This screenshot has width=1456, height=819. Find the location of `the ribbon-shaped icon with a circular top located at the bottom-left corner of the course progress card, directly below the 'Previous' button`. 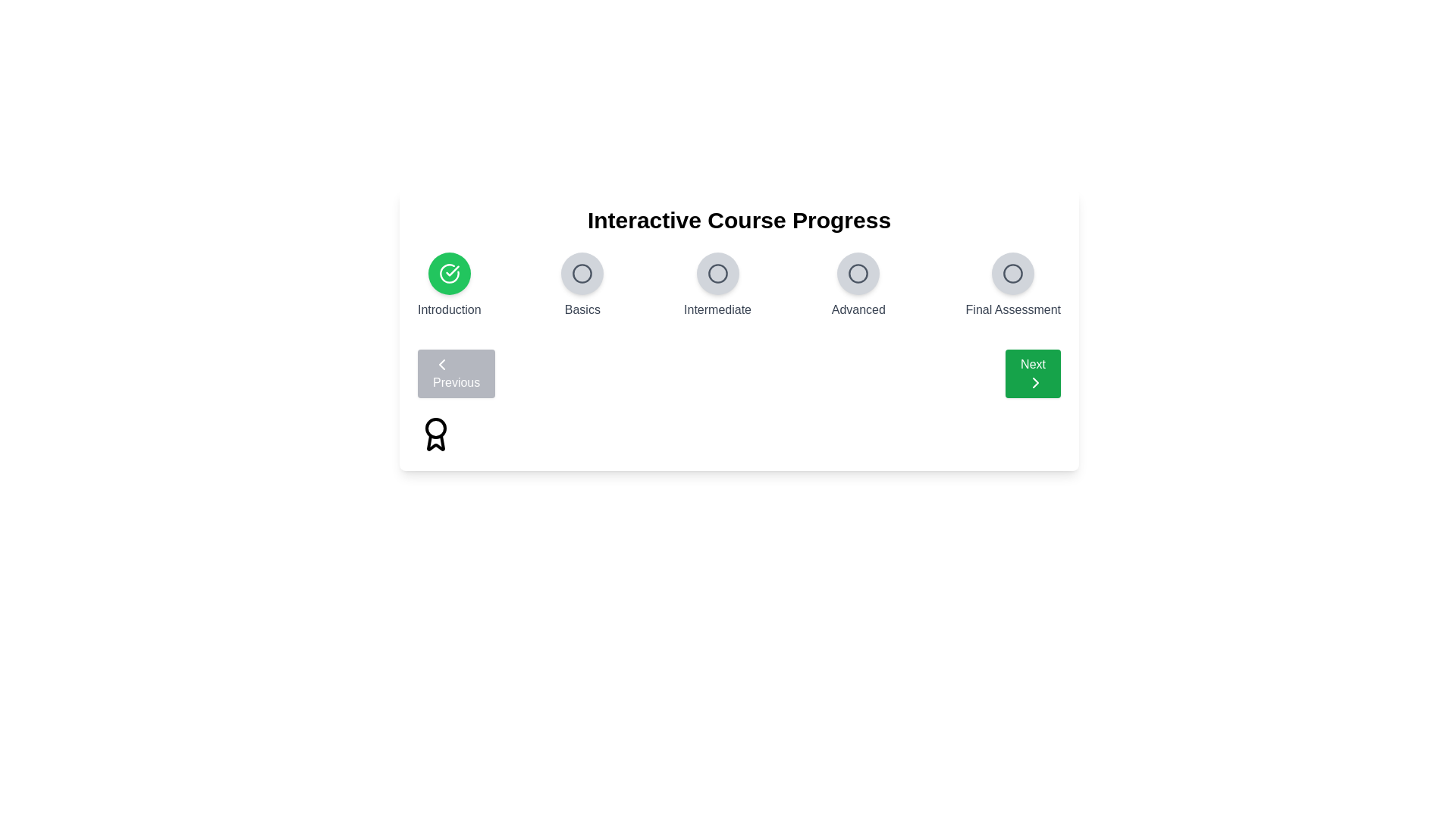

the ribbon-shaped icon with a circular top located at the bottom-left corner of the course progress card, directly below the 'Previous' button is located at coordinates (435, 435).